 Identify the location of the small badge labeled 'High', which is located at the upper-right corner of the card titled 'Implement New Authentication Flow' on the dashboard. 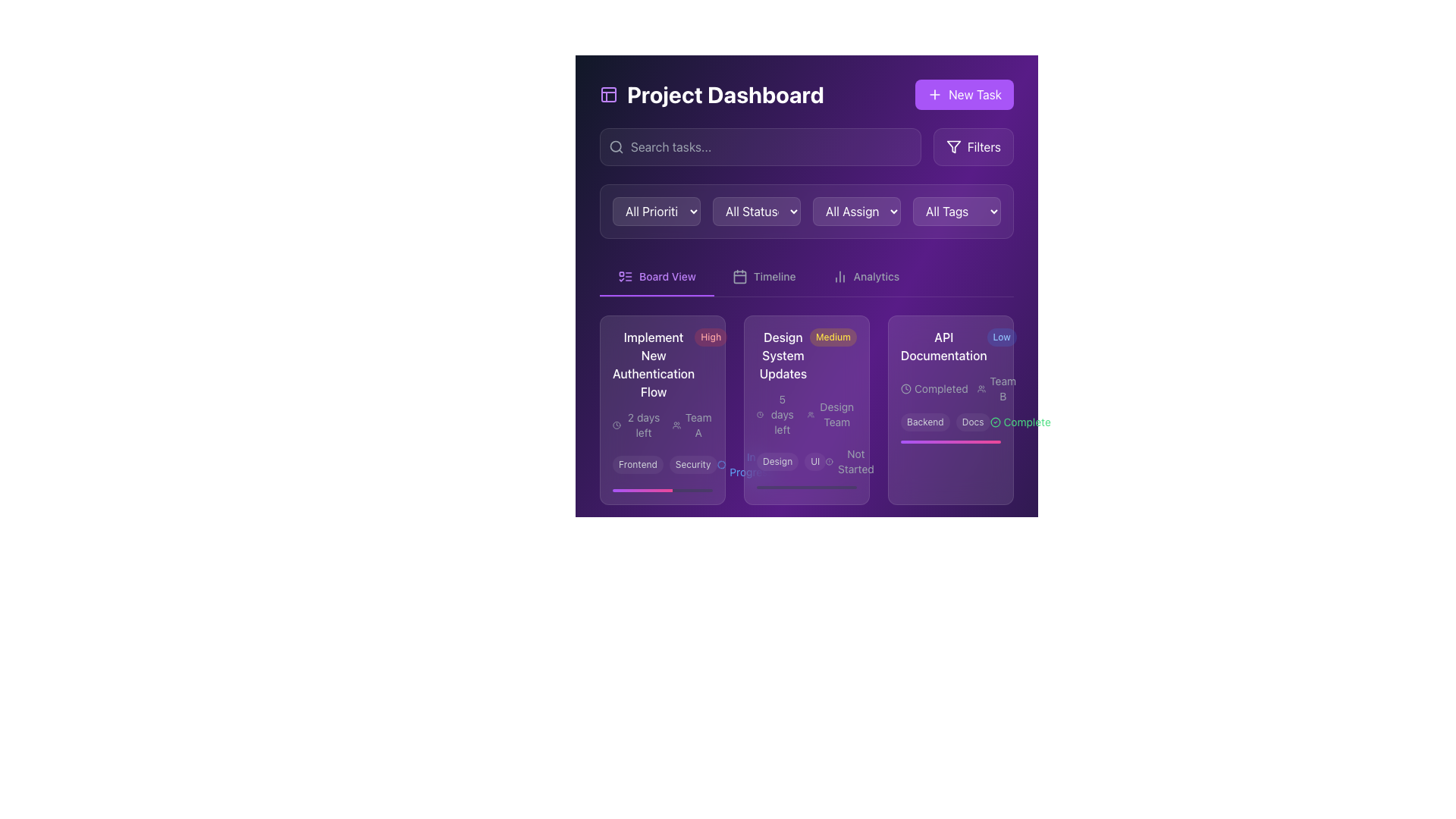
(710, 336).